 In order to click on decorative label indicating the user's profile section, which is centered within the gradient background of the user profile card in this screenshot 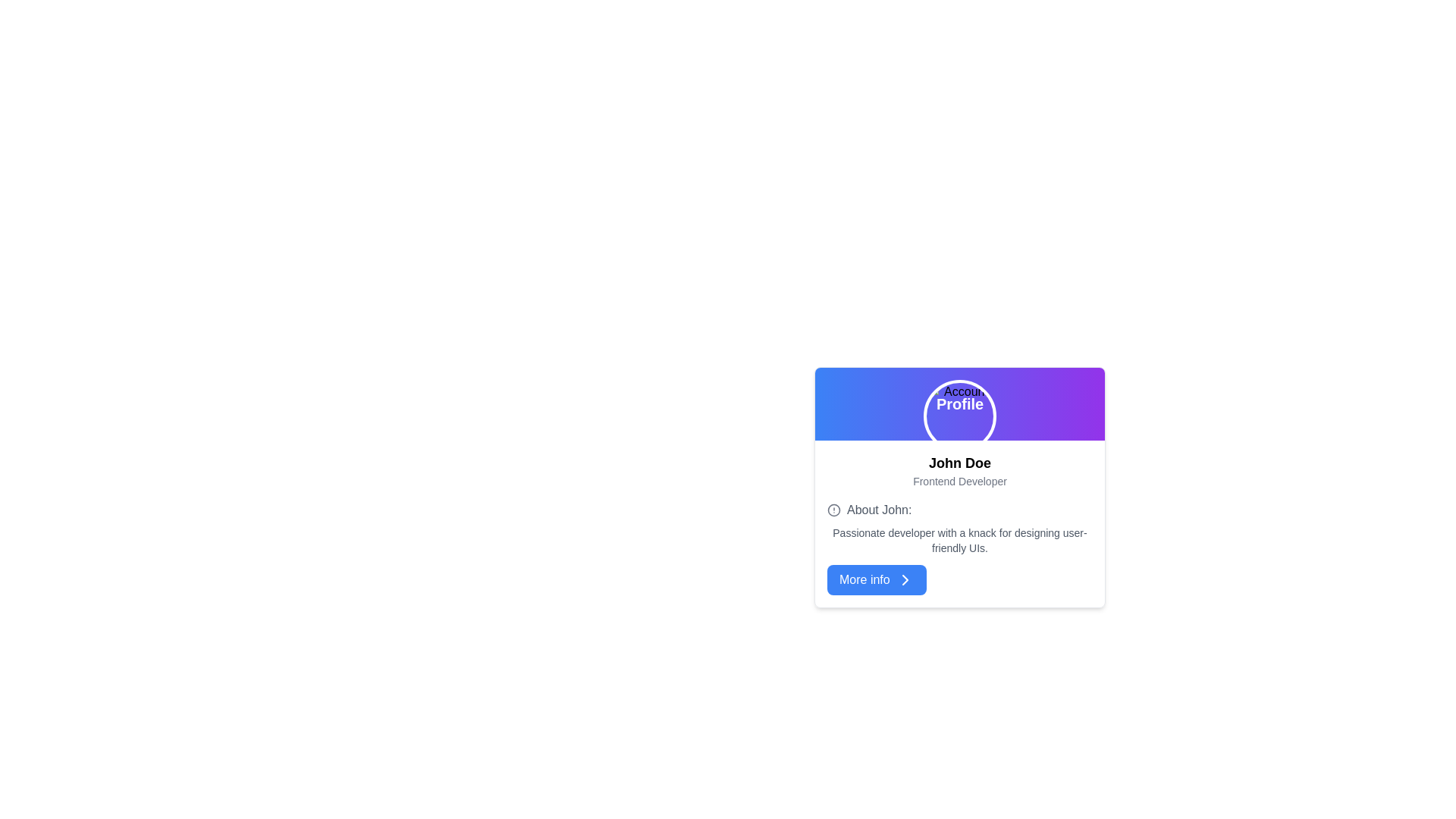, I will do `click(959, 403)`.